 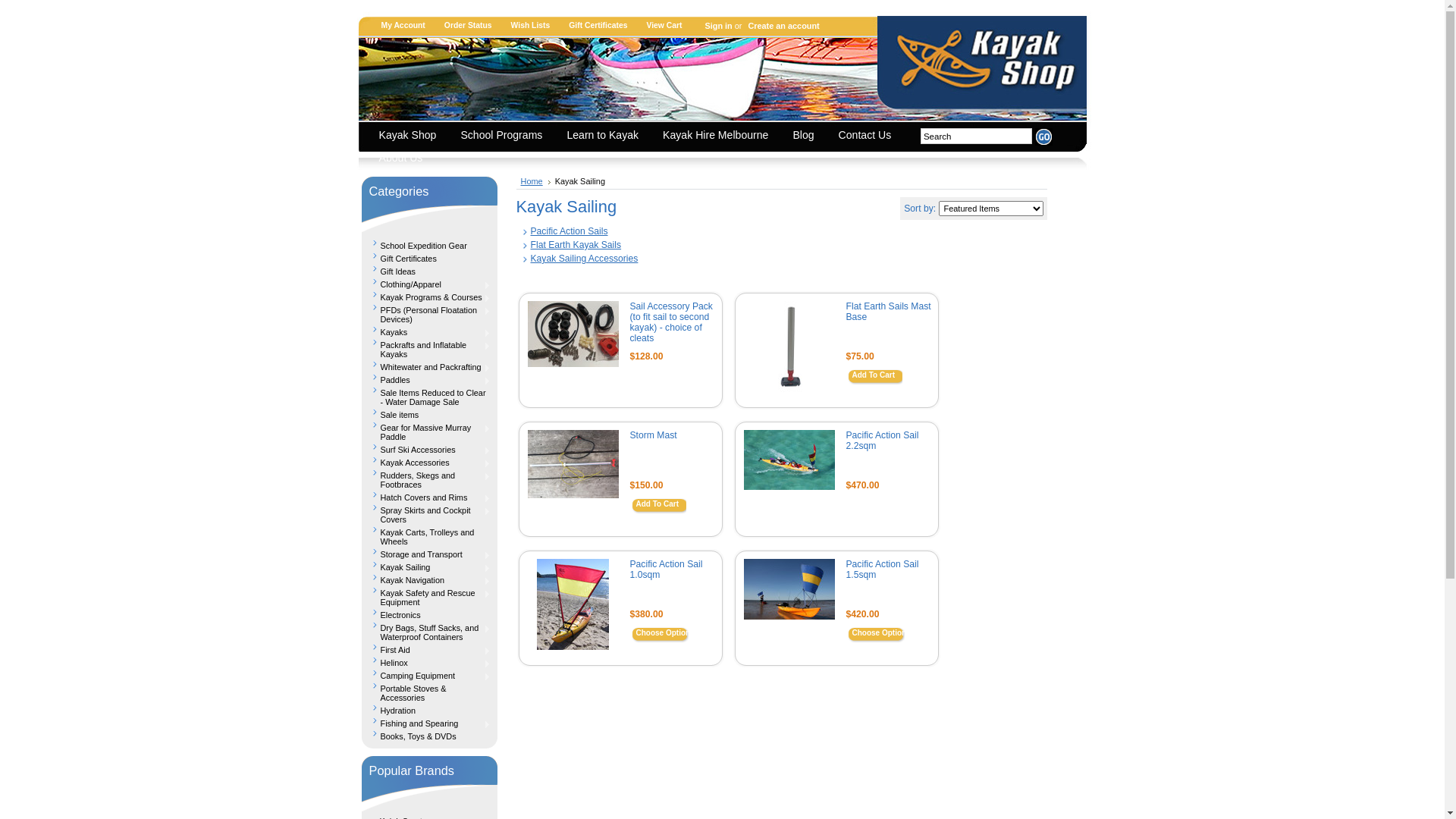 What do you see at coordinates (411, 136) in the screenshot?
I see `'Kayak Shop'` at bounding box center [411, 136].